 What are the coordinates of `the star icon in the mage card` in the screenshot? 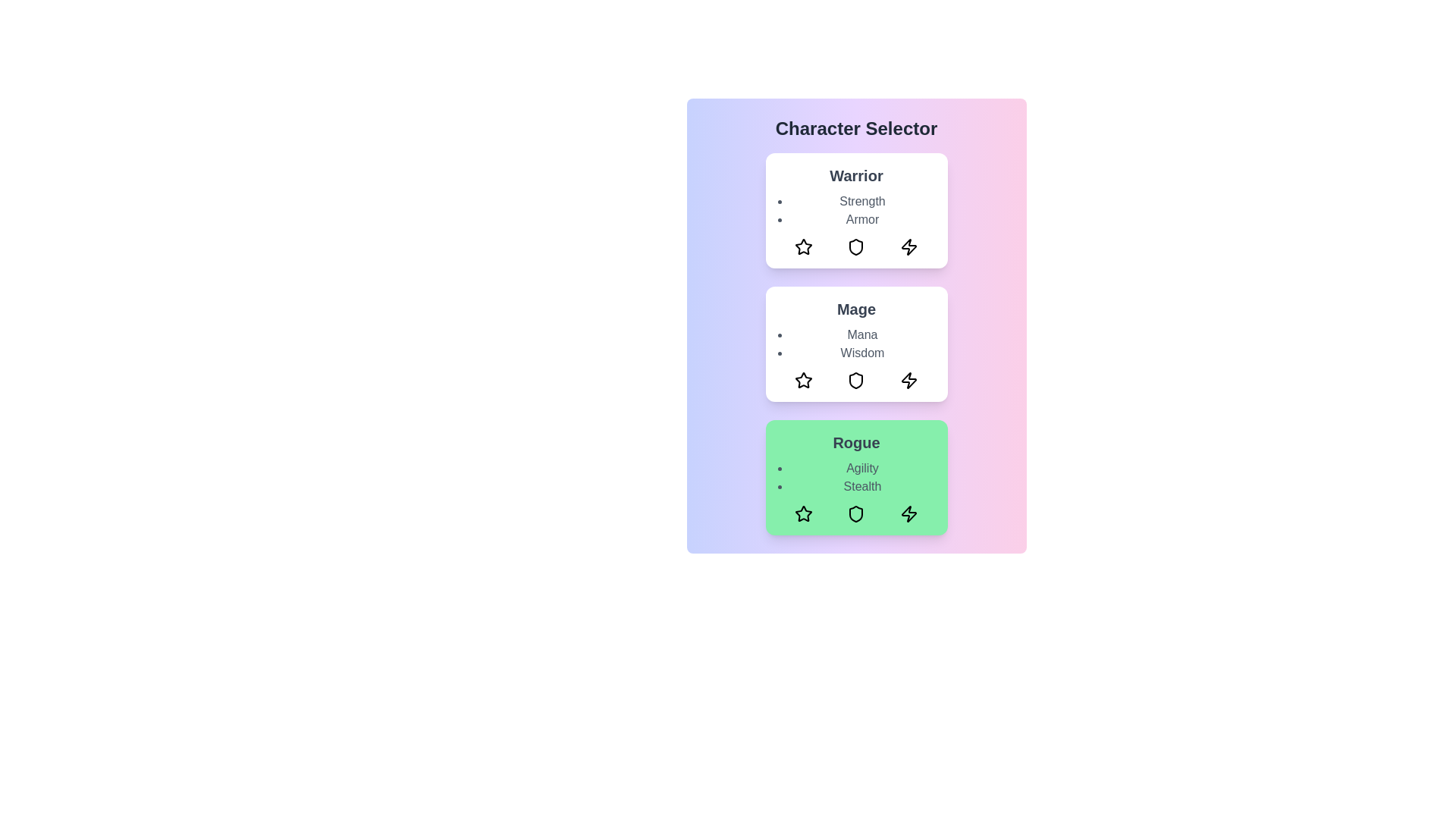 It's located at (803, 379).